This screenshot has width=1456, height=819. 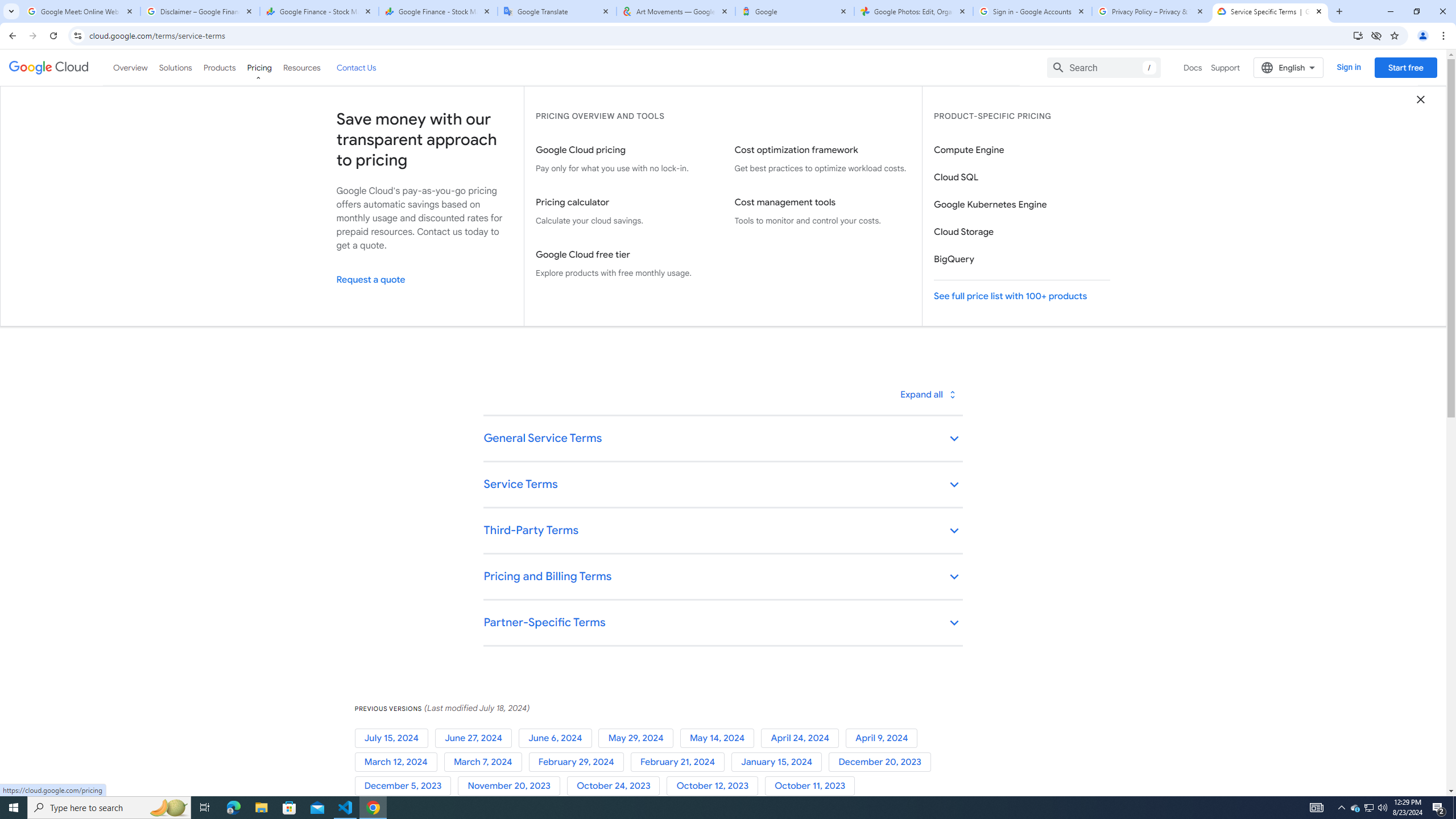 What do you see at coordinates (301, 67) in the screenshot?
I see `'Resources'` at bounding box center [301, 67].